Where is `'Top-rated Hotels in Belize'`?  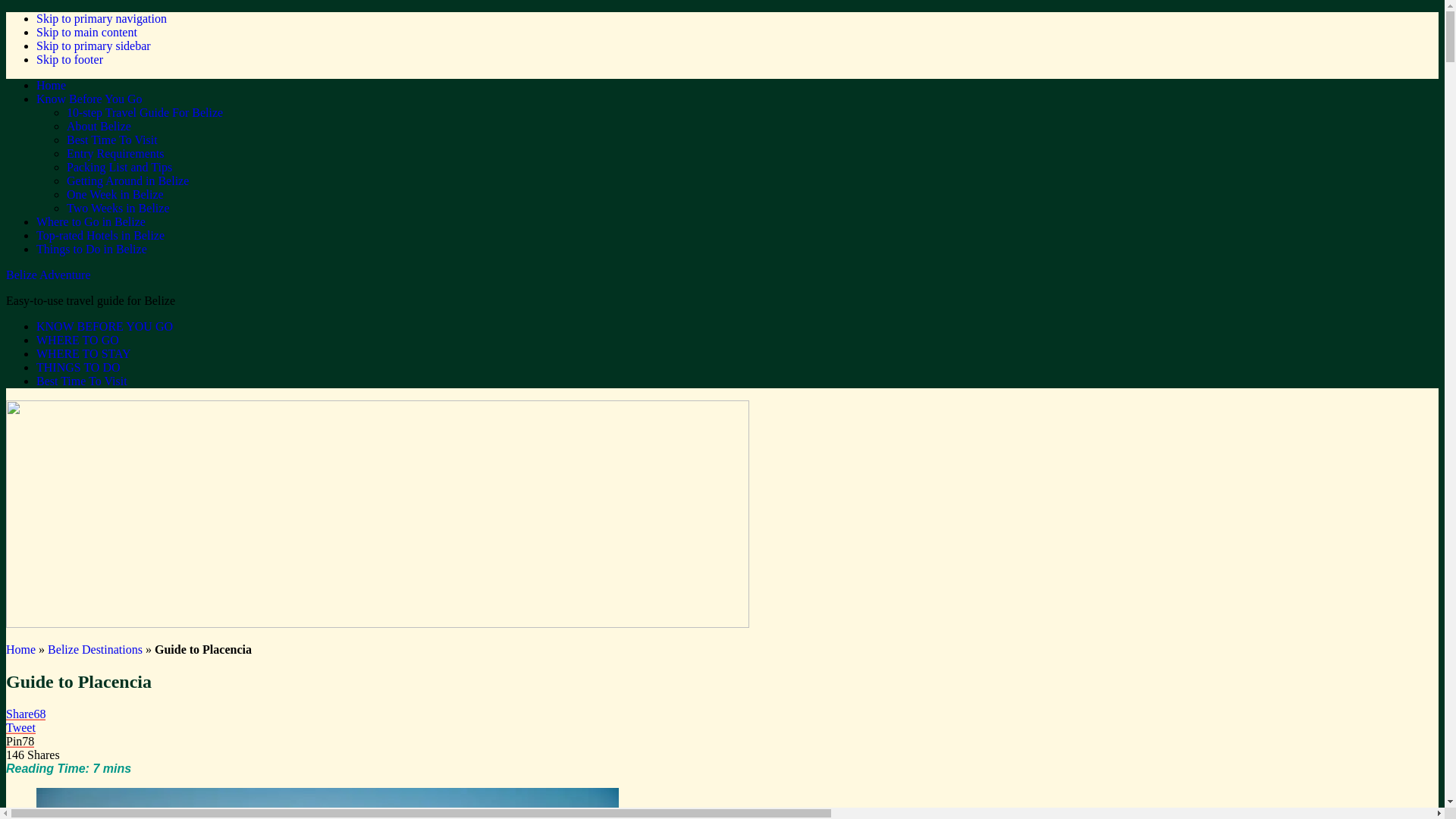
'Top-rated Hotels in Belize' is located at coordinates (36, 235).